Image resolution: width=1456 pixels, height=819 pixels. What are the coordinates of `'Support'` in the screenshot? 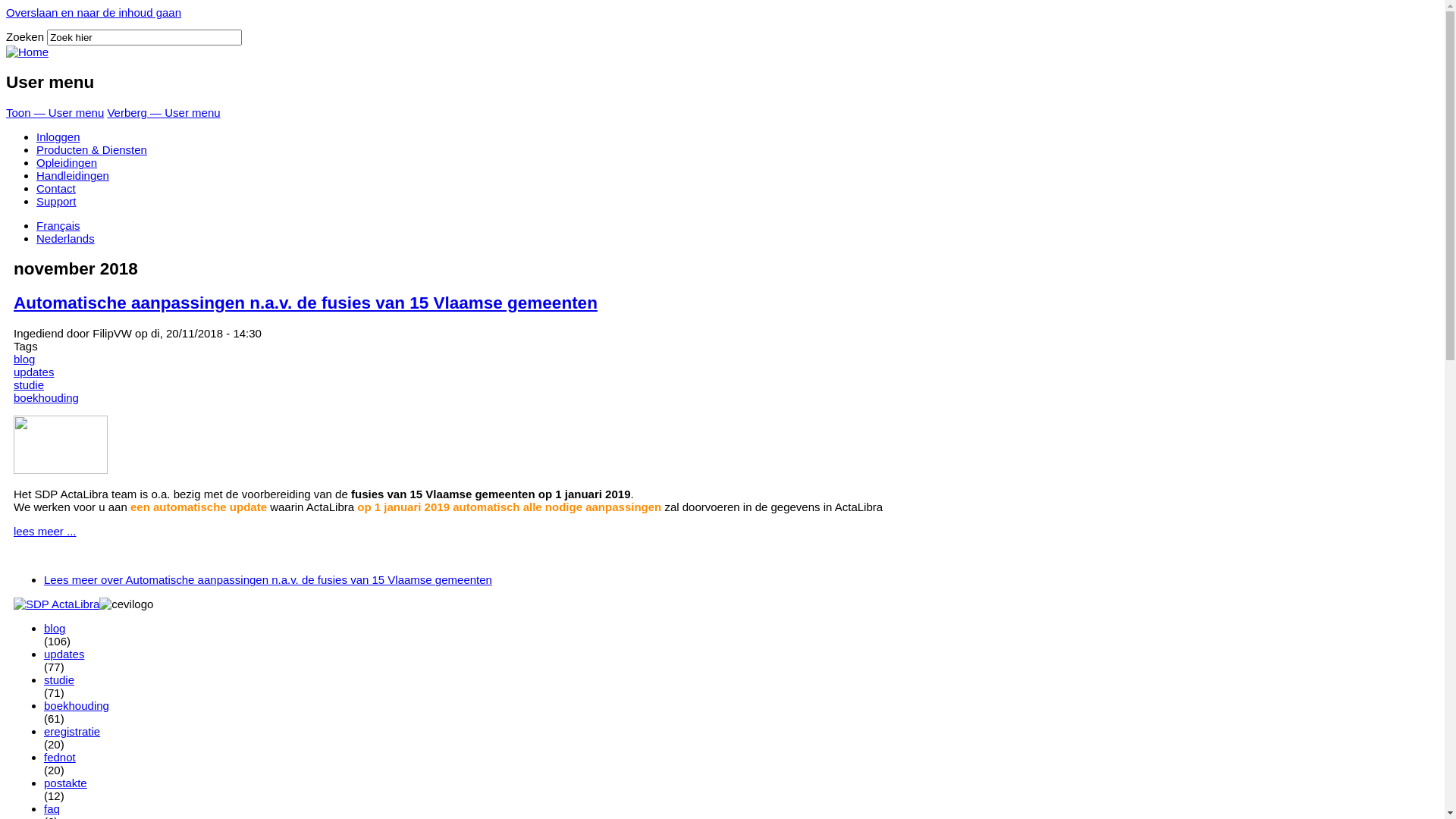 It's located at (56, 200).